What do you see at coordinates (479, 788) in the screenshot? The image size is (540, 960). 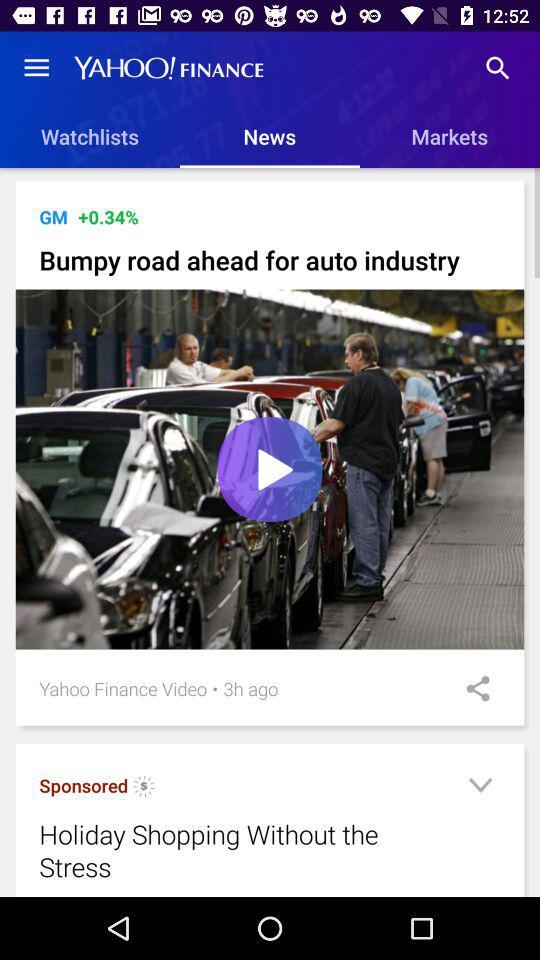 I see `minimize advertisement` at bounding box center [479, 788].